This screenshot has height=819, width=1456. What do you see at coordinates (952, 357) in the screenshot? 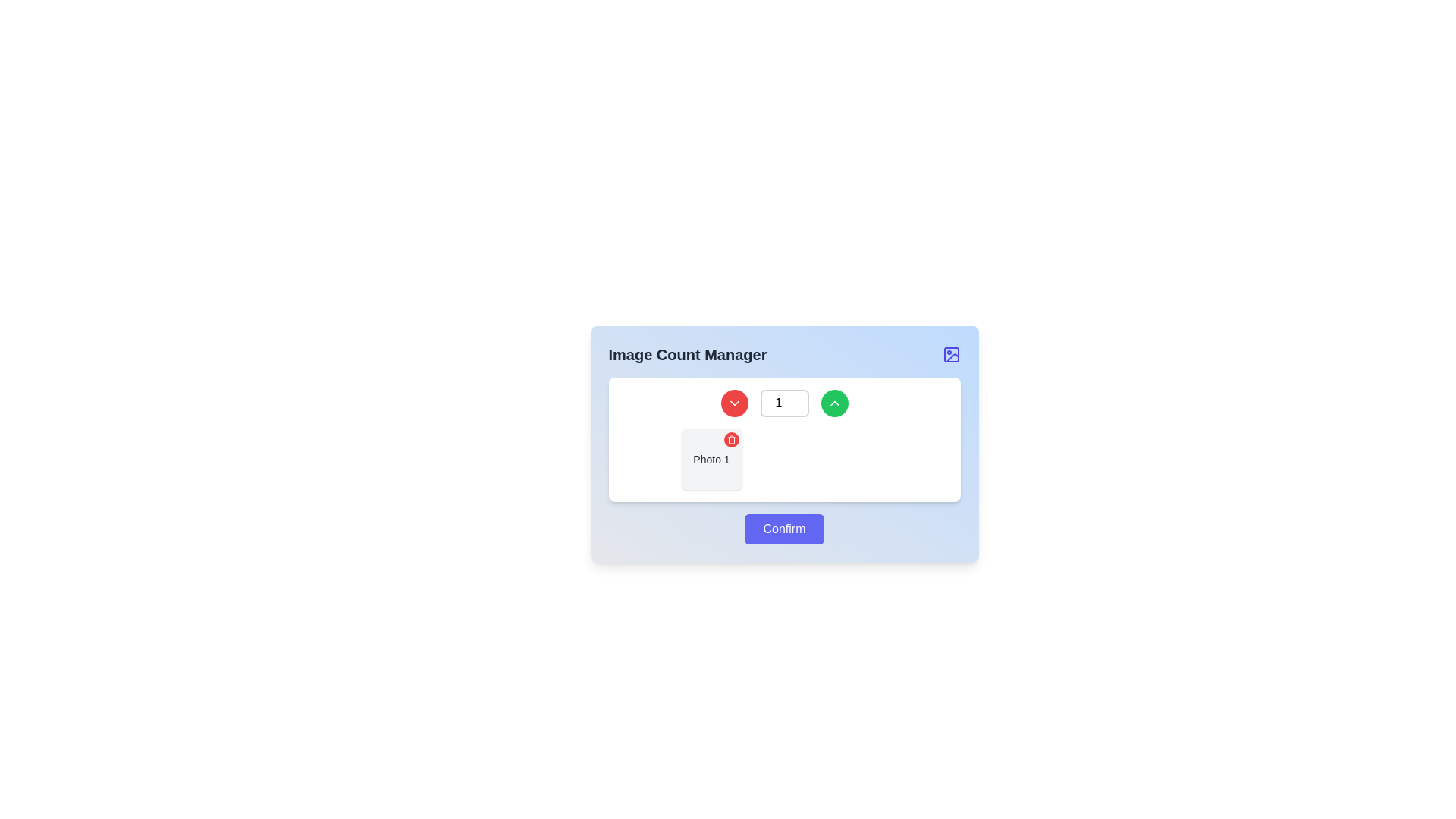
I see `the lower-right part of the stylized image indicator icon in the header of the 'Image Count Manager' interface` at bounding box center [952, 357].